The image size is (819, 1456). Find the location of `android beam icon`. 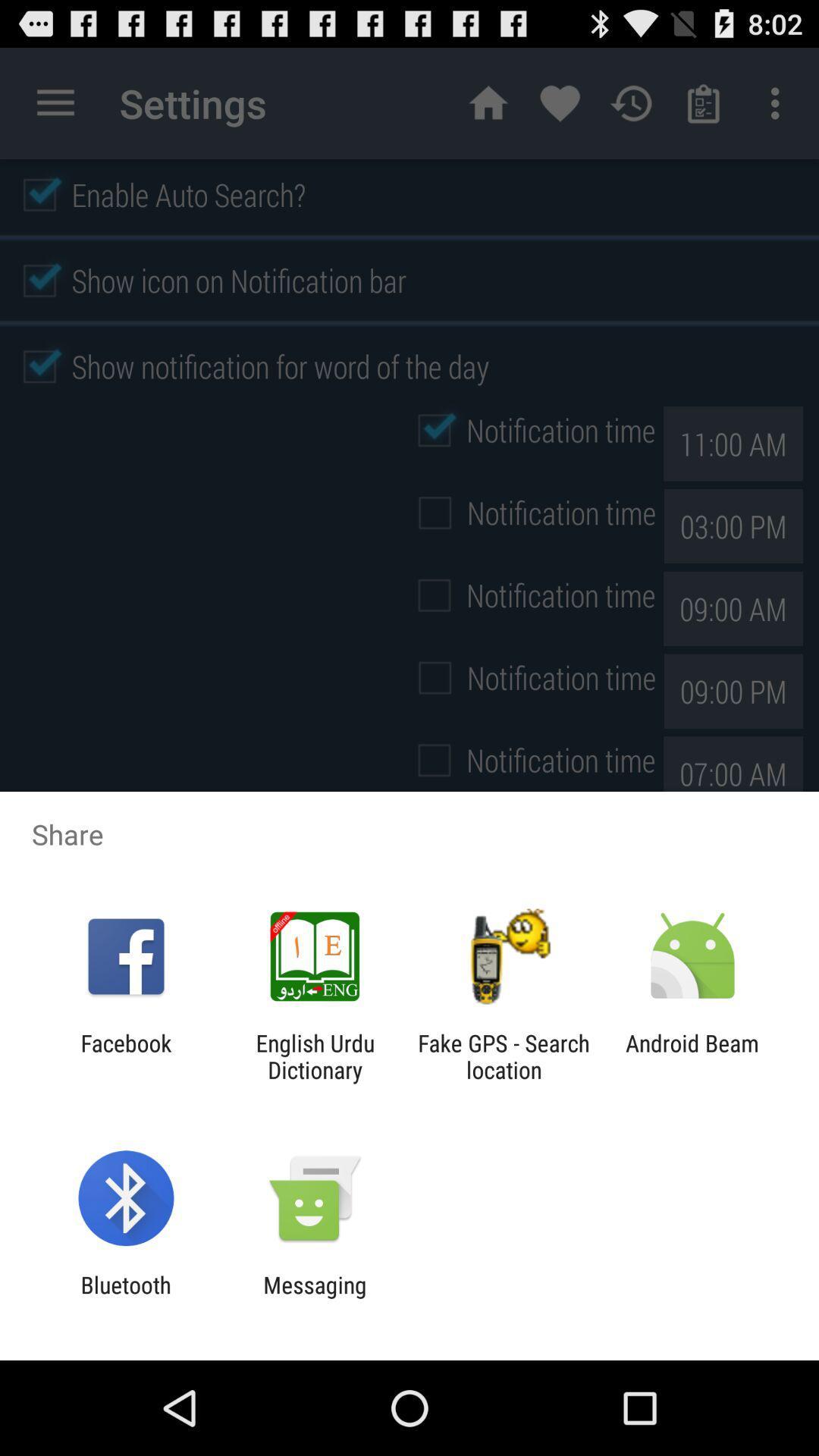

android beam icon is located at coordinates (692, 1056).